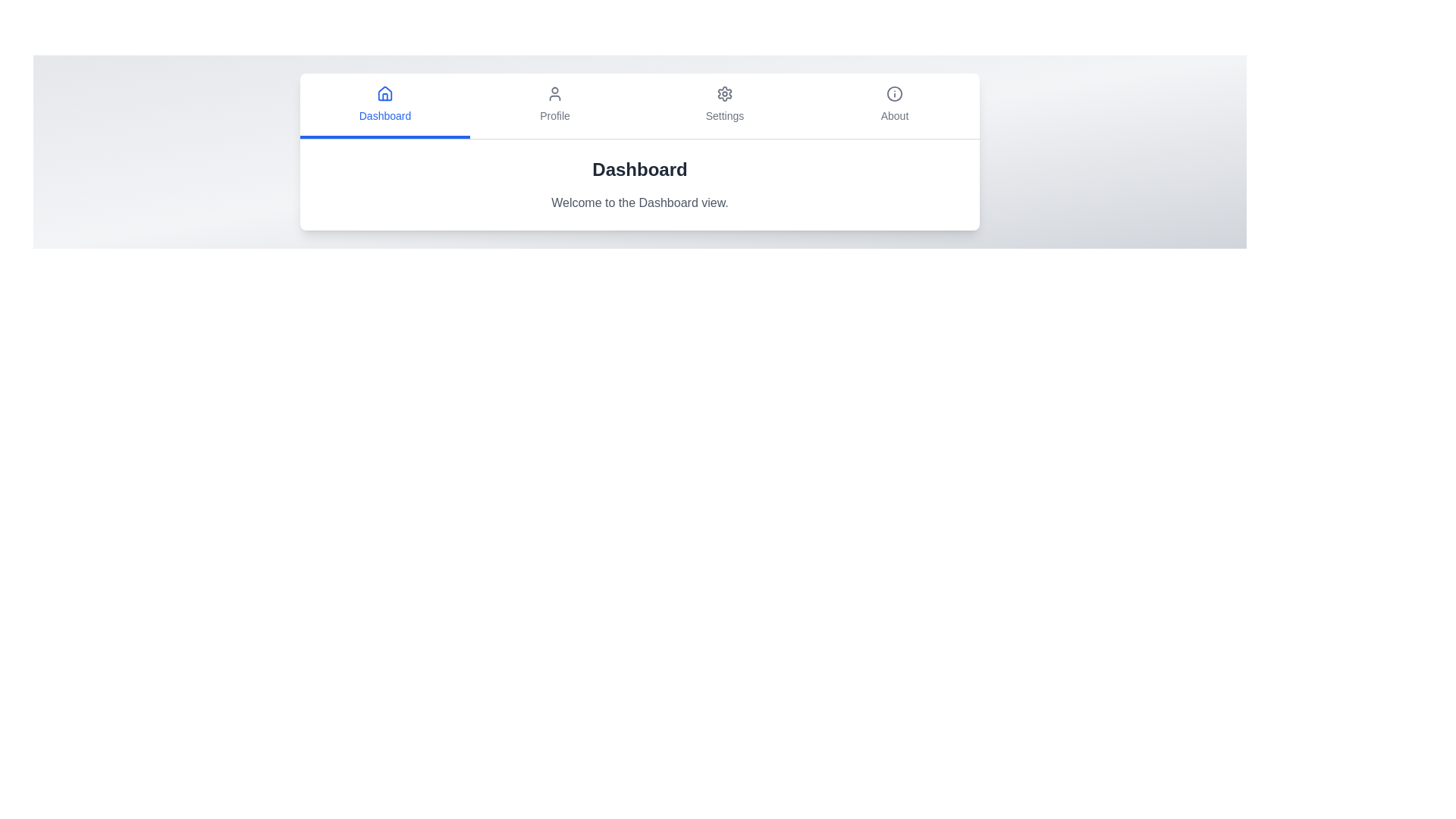 Image resolution: width=1456 pixels, height=819 pixels. I want to click on the tab labeled About to view its content, so click(895, 105).